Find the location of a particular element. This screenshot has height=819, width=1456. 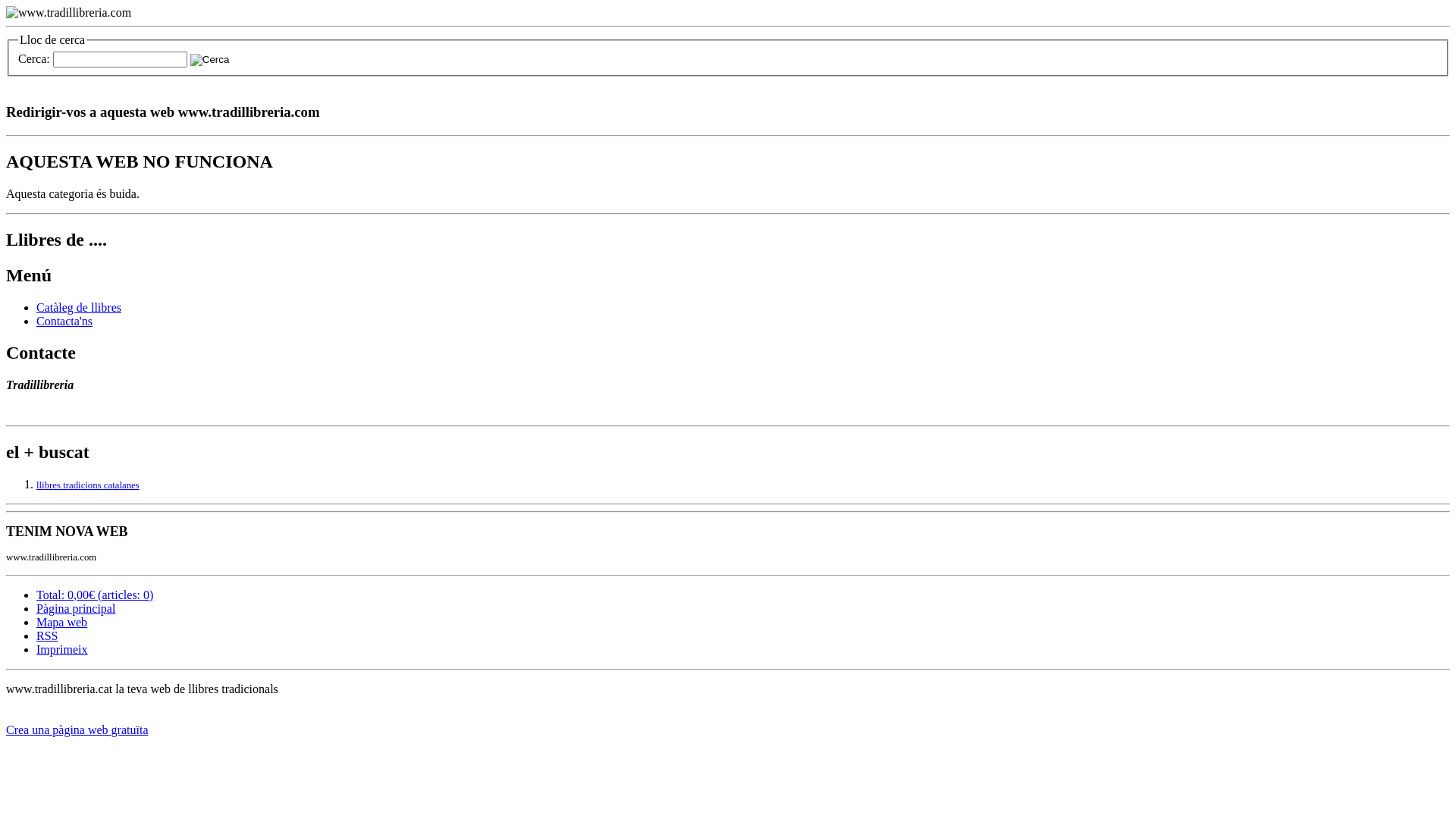

'Contacta'ns' is located at coordinates (64, 320).